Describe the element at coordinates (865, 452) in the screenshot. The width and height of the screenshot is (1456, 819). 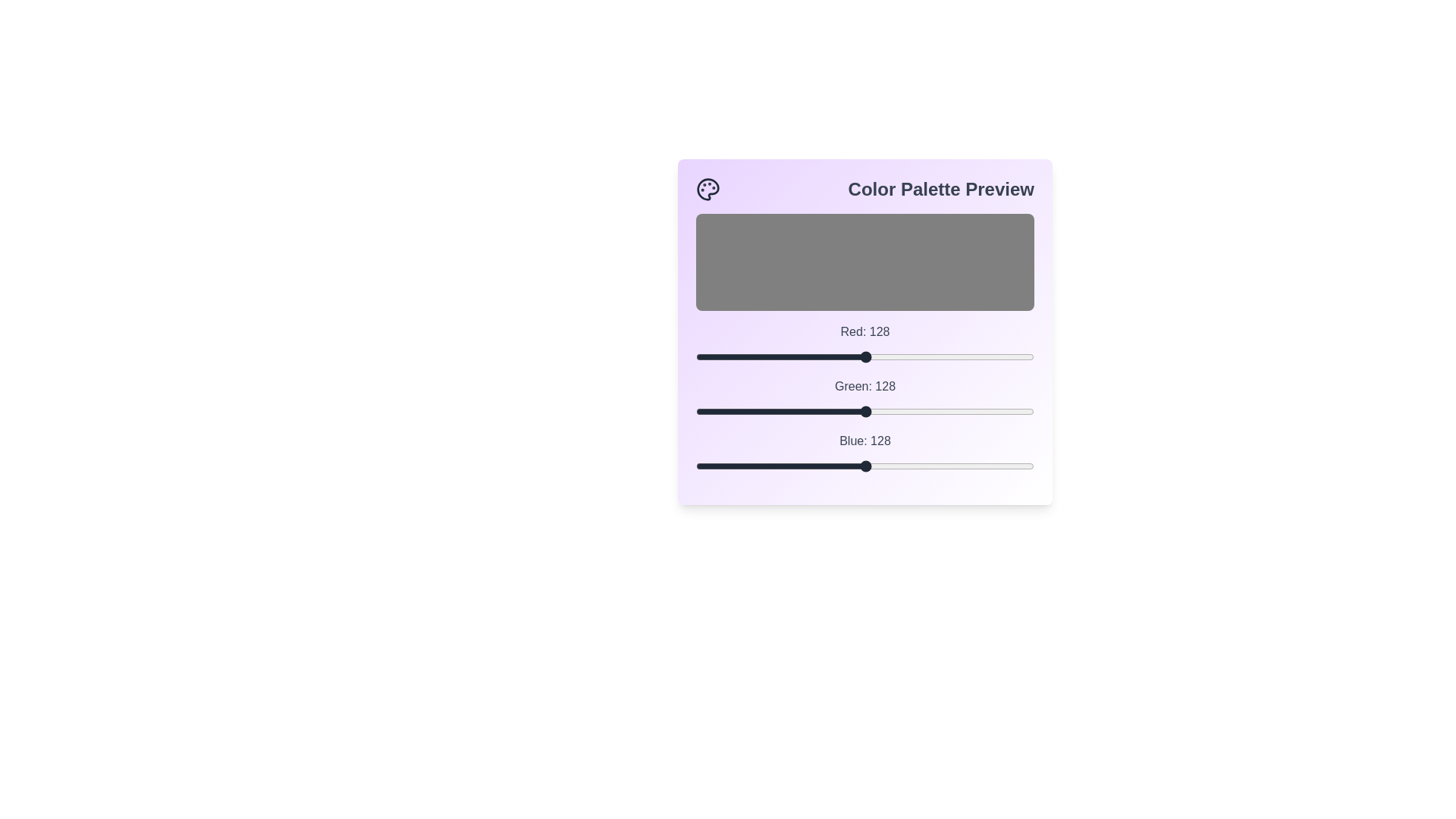
I see `the slider labeled 'Blue: 128'` at that location.